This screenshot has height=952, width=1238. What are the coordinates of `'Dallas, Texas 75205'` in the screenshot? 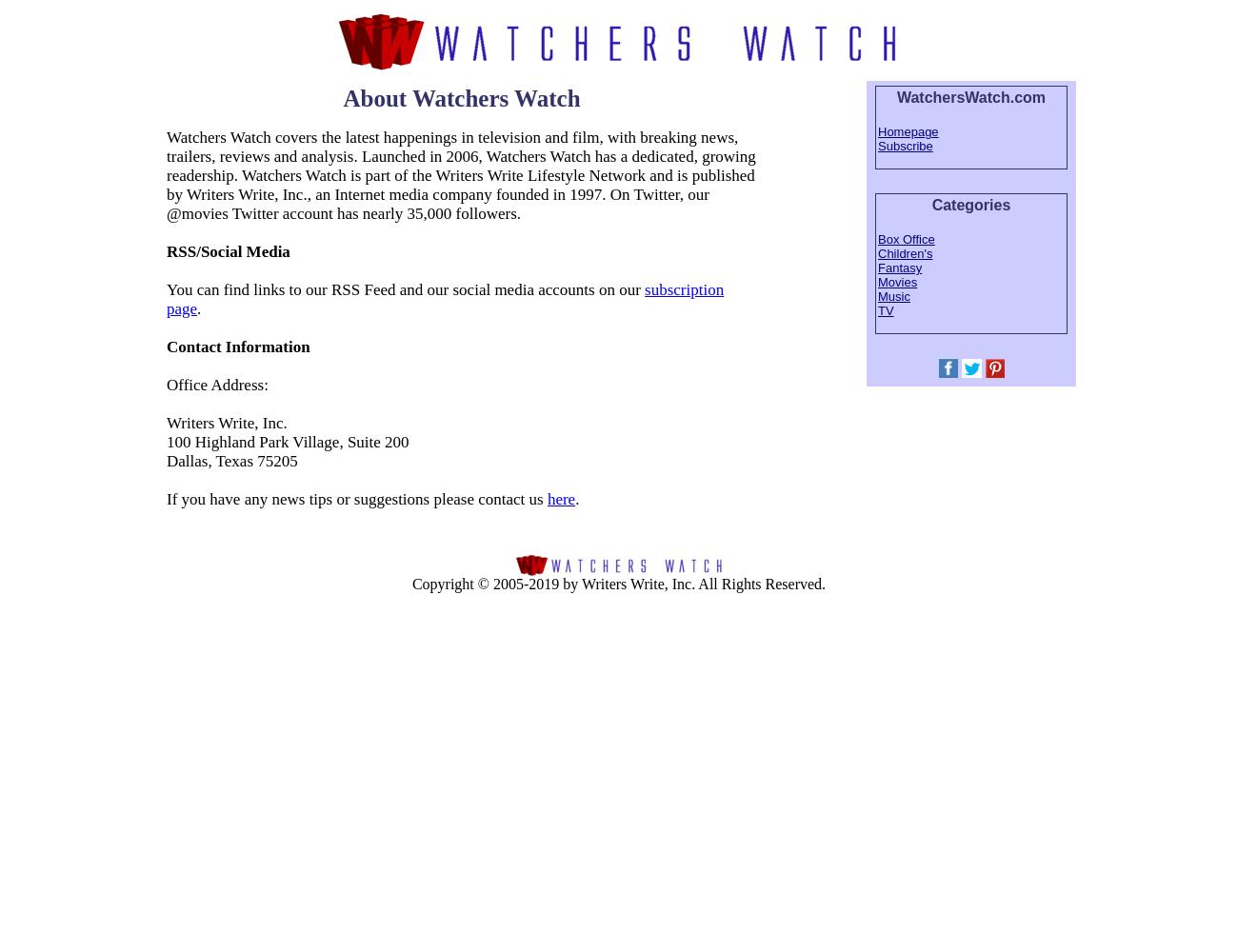 It's located at (230, 459).